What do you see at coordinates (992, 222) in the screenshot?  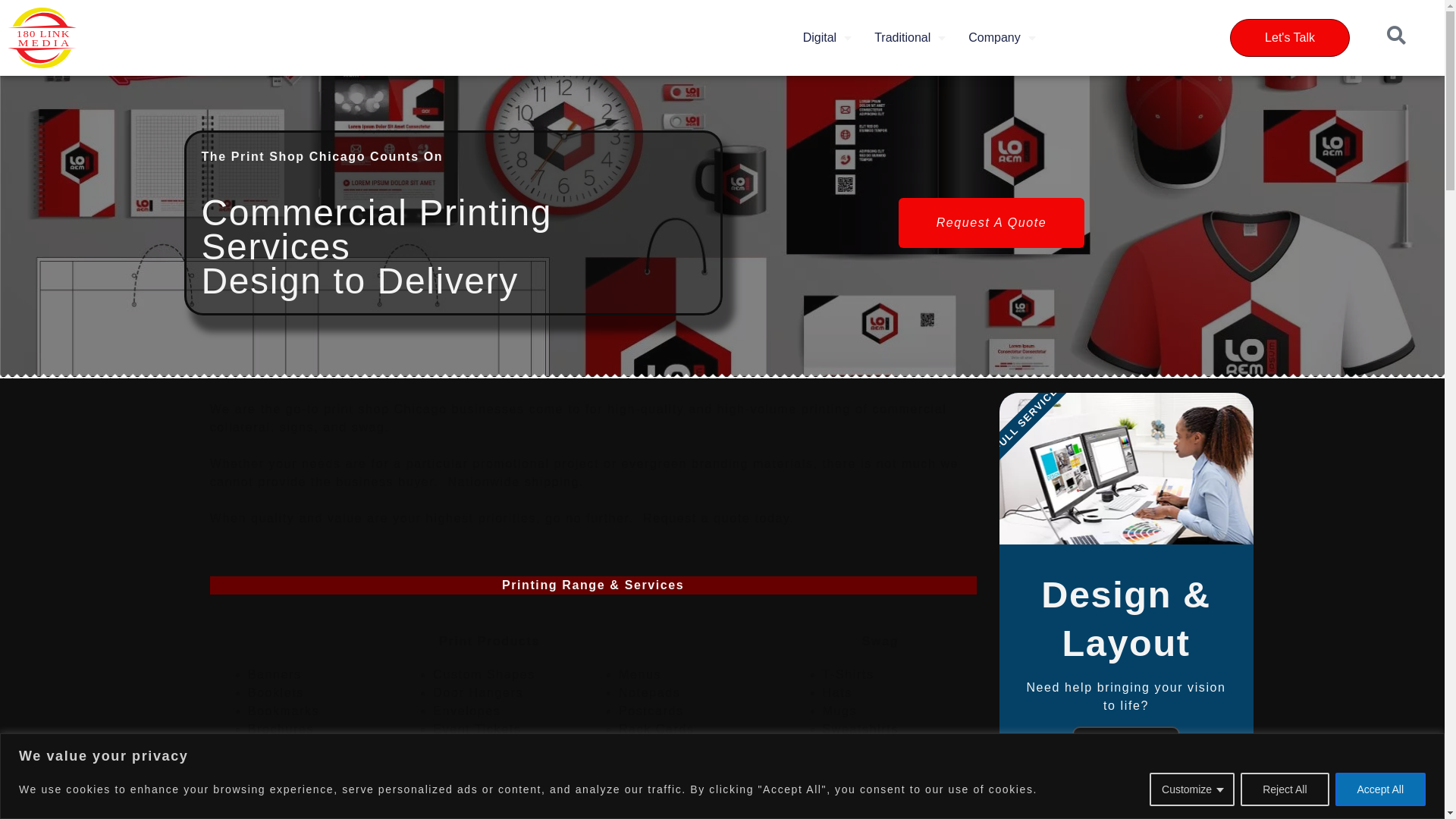 I see `'Request A Quote'` at bounding box center [992, 222].